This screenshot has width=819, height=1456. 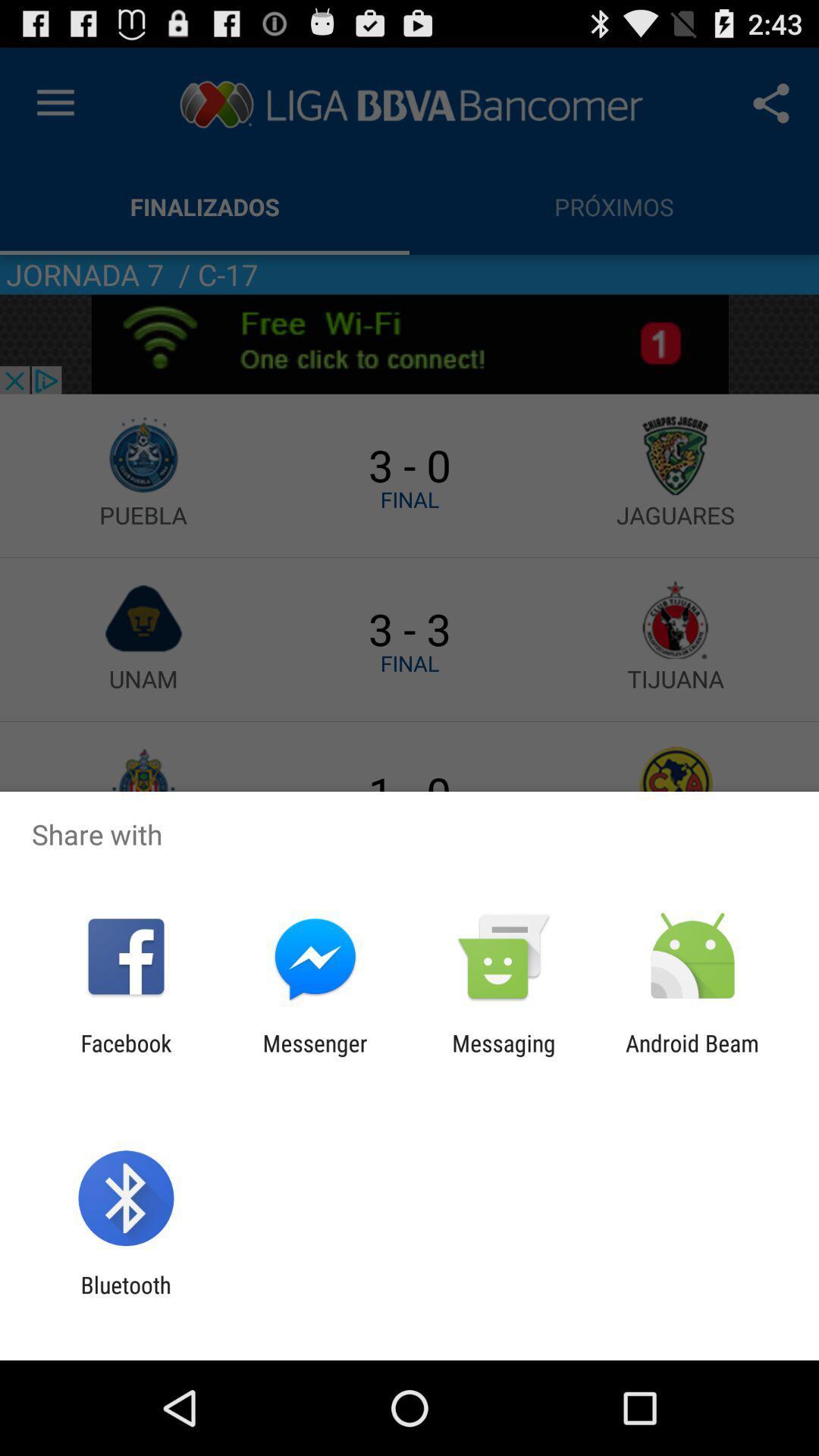 I want to click on item next to messenger item, so click(x=125, y=1056).